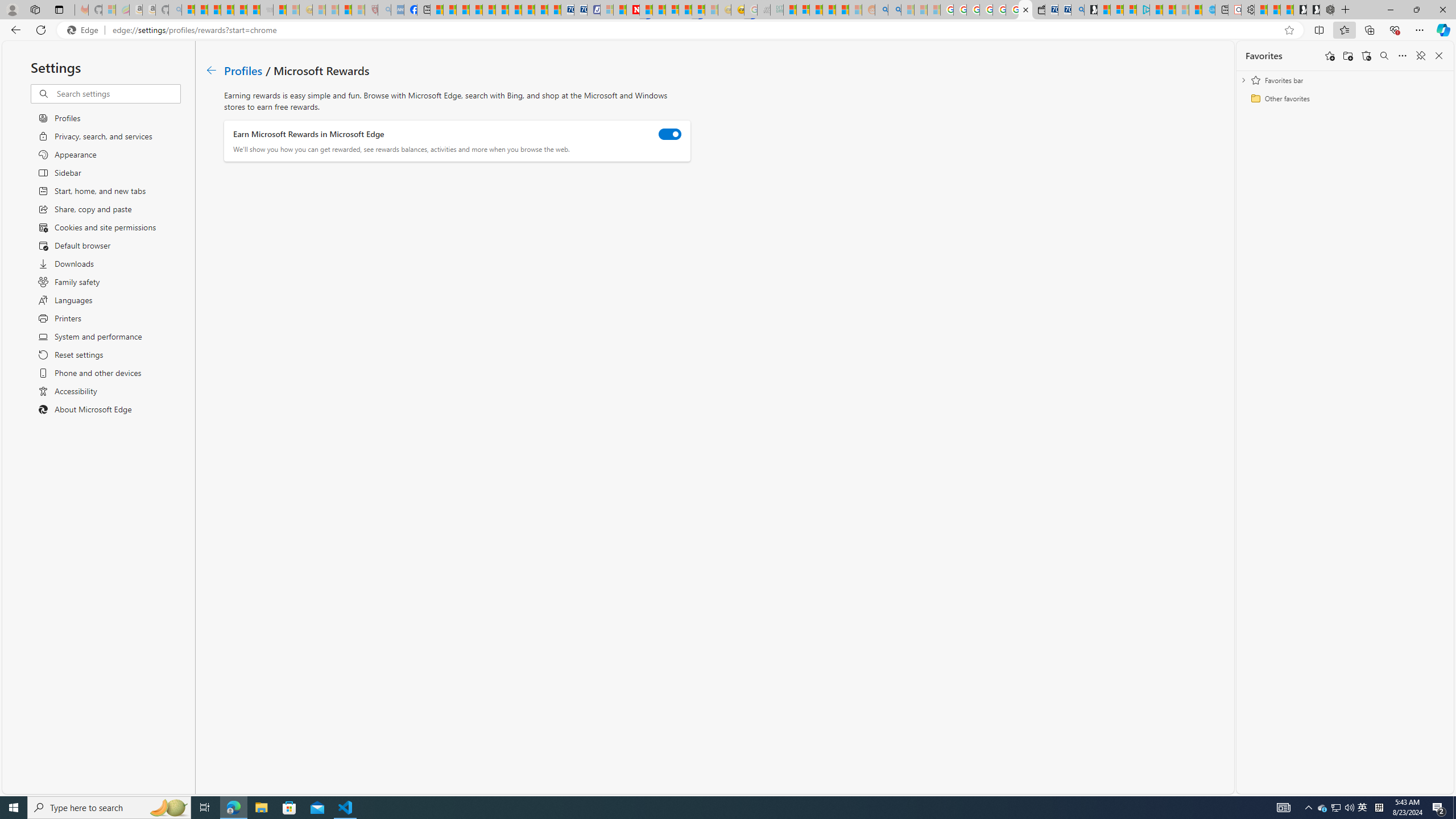 This screenshot has height=819, width=1456. I want to click on 'Add this page to favorites', so click(1329, 55).